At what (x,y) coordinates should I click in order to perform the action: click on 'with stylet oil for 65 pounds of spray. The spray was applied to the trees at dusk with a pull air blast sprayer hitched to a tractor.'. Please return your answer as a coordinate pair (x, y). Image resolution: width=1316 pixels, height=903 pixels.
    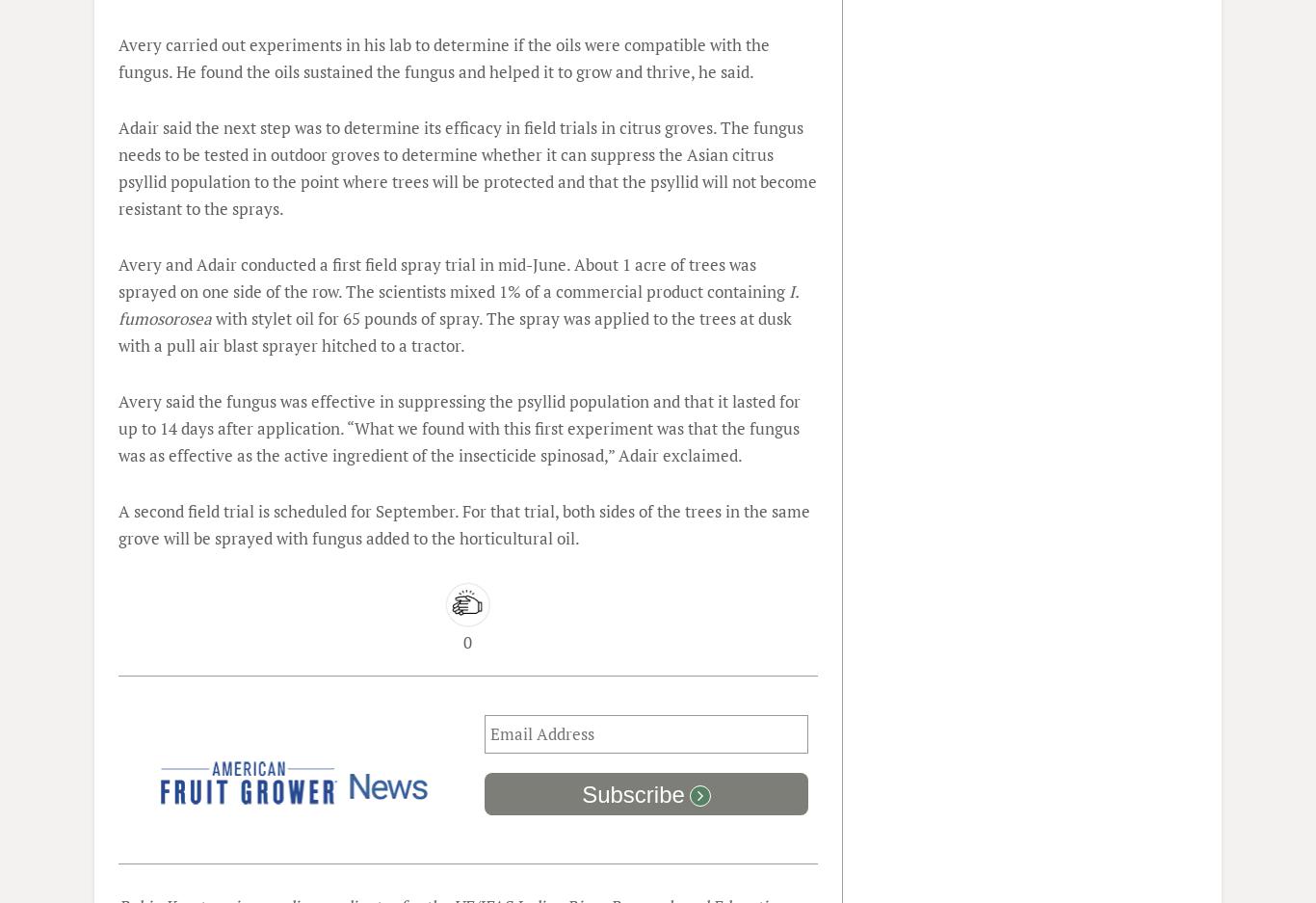
    Looking at the image, I should click on (455, 332).